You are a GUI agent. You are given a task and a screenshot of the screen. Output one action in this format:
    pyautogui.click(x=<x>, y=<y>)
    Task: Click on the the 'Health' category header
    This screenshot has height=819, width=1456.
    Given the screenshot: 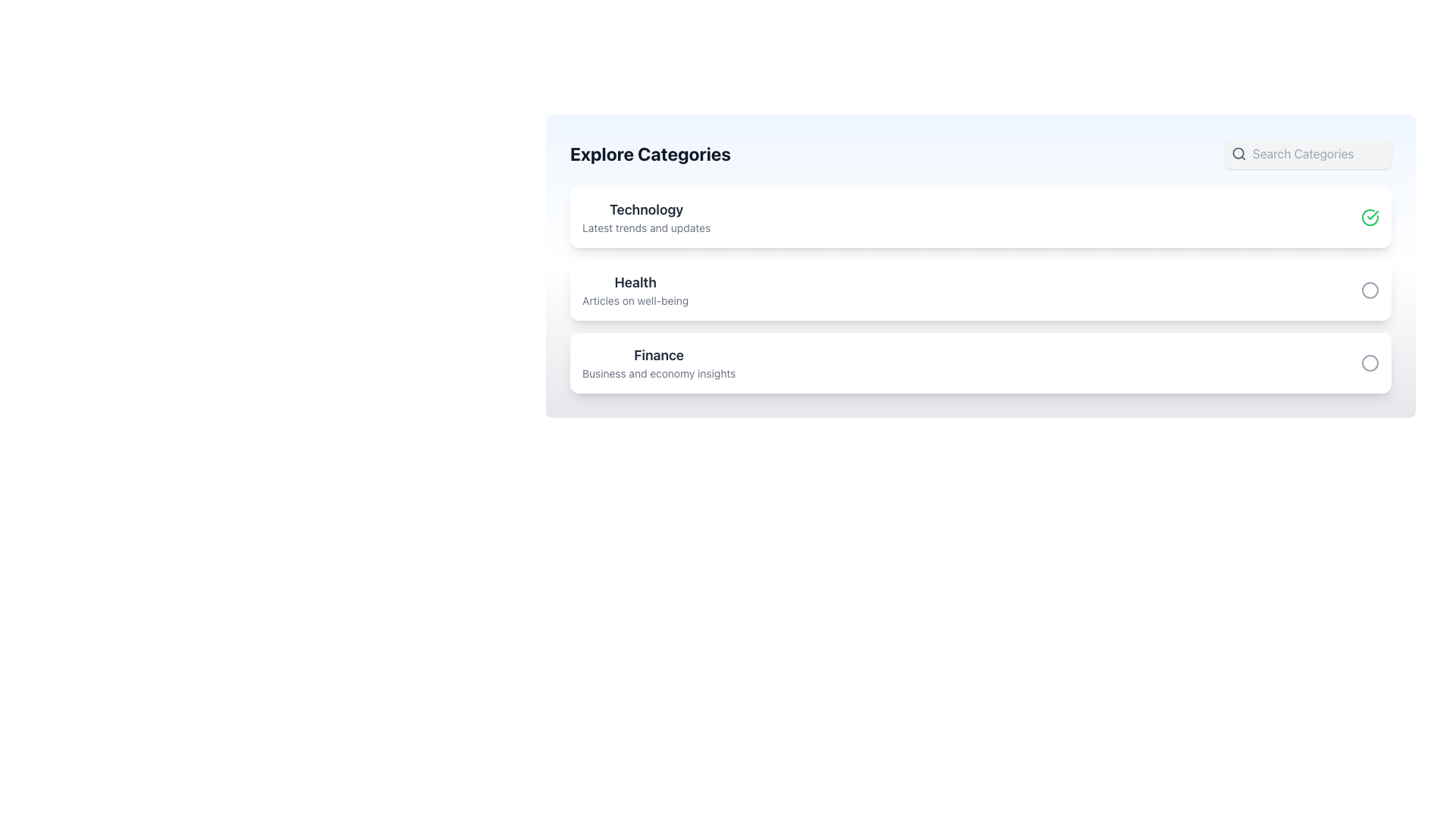 What is the action you would take?
    pyautogui.click(x=635, y=290)
    